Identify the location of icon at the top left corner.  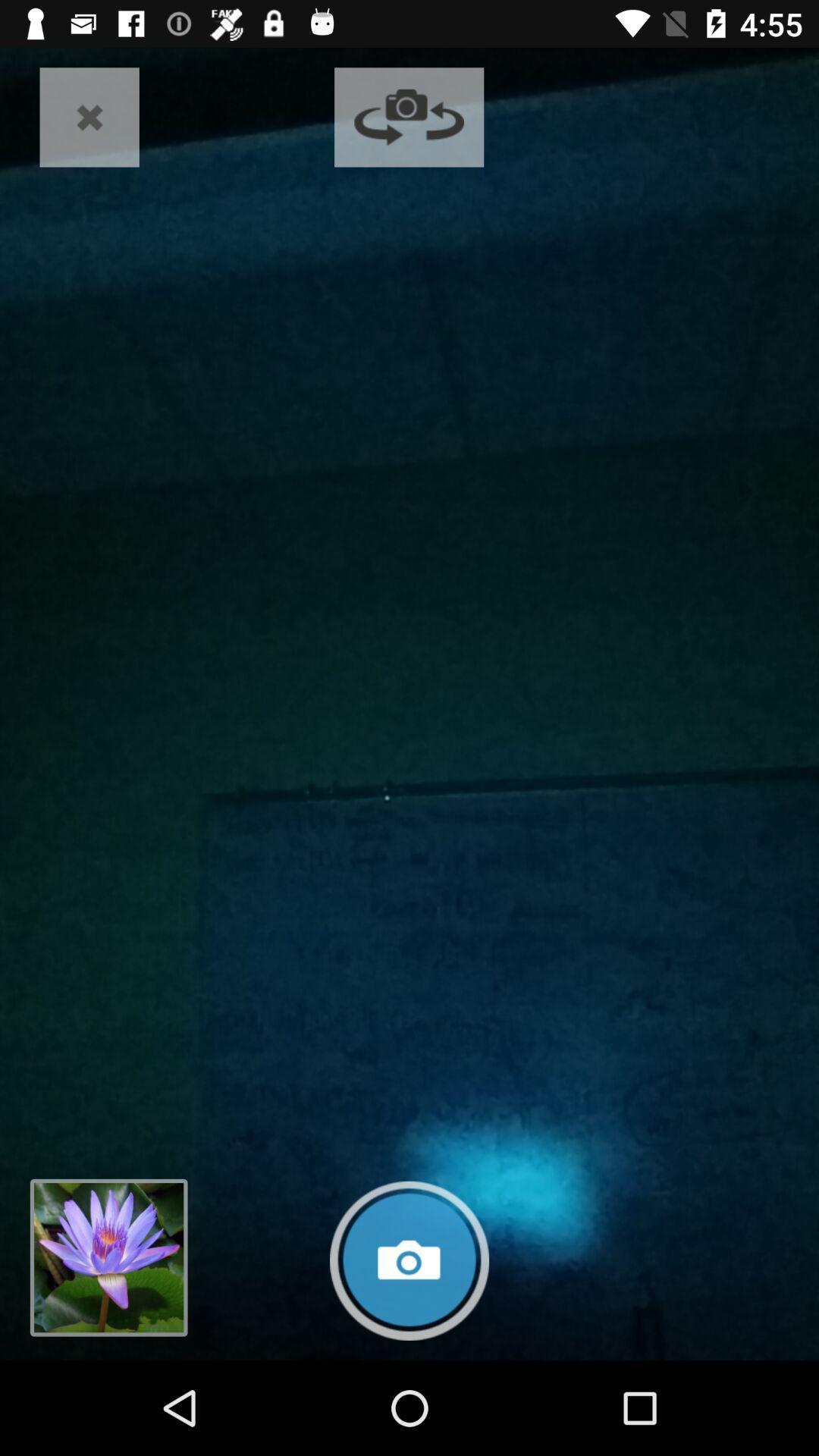
(89, 116).